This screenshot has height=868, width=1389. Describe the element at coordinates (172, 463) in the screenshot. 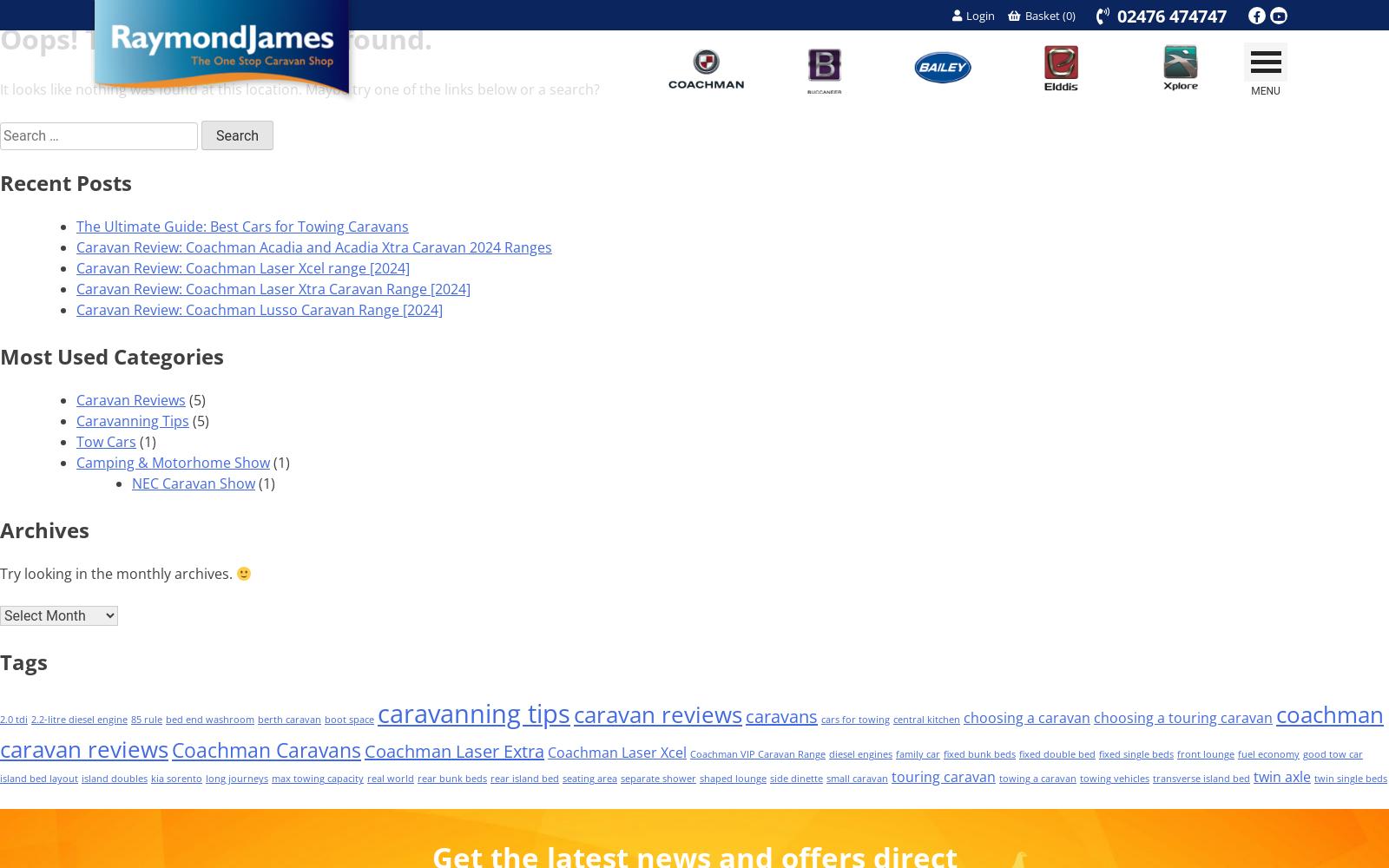

I see `'Camping & Motorhome Show'` at that location.